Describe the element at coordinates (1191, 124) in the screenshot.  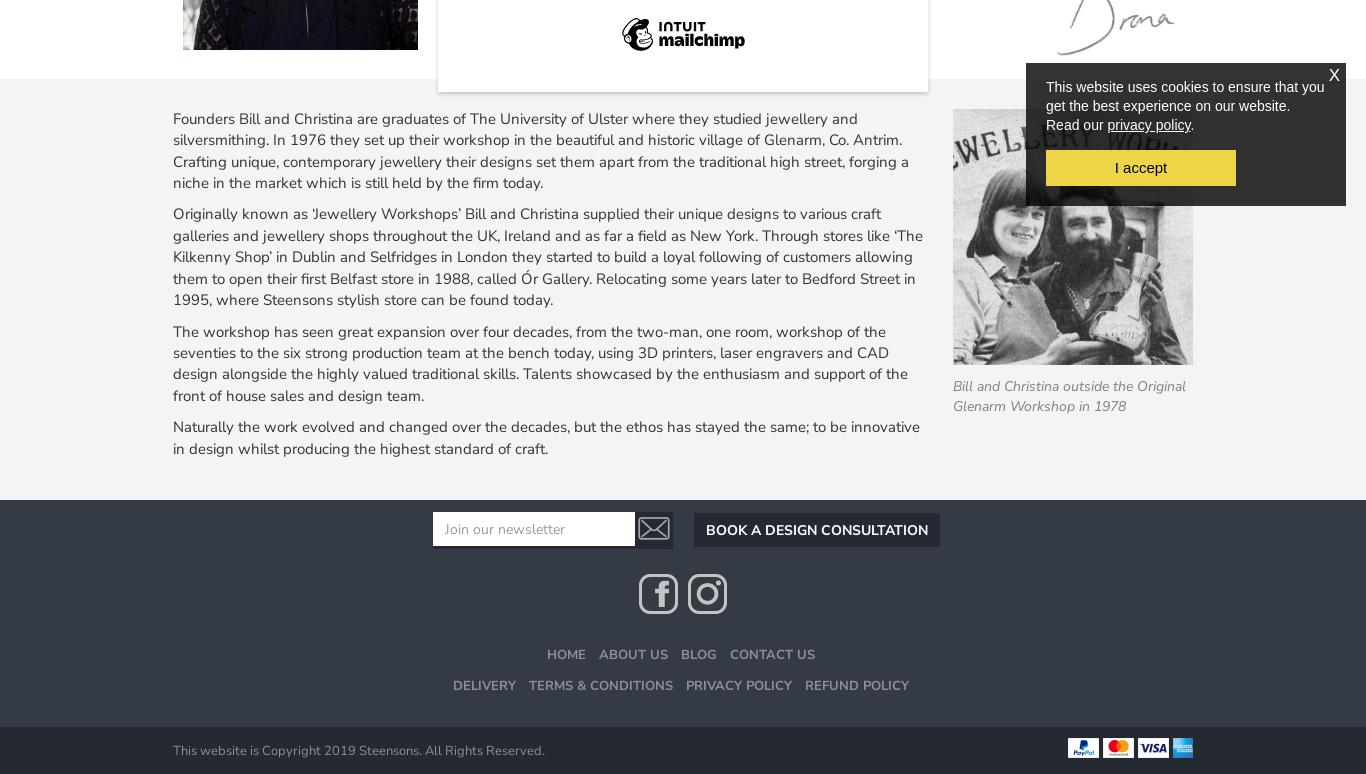
I see `'.'` at that location.